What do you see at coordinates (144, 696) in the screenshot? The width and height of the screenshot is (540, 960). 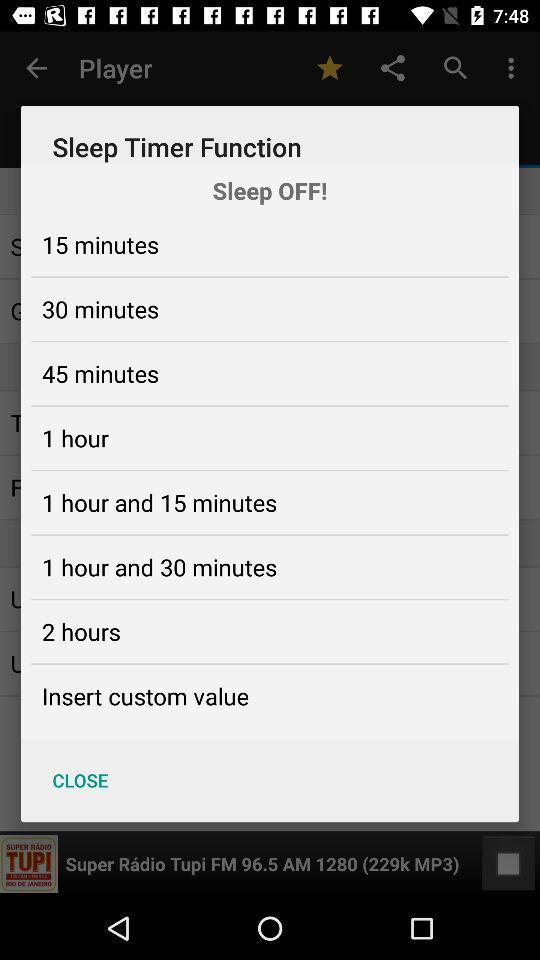 I see `insert custom value icon` at bounding box center [144, 696].